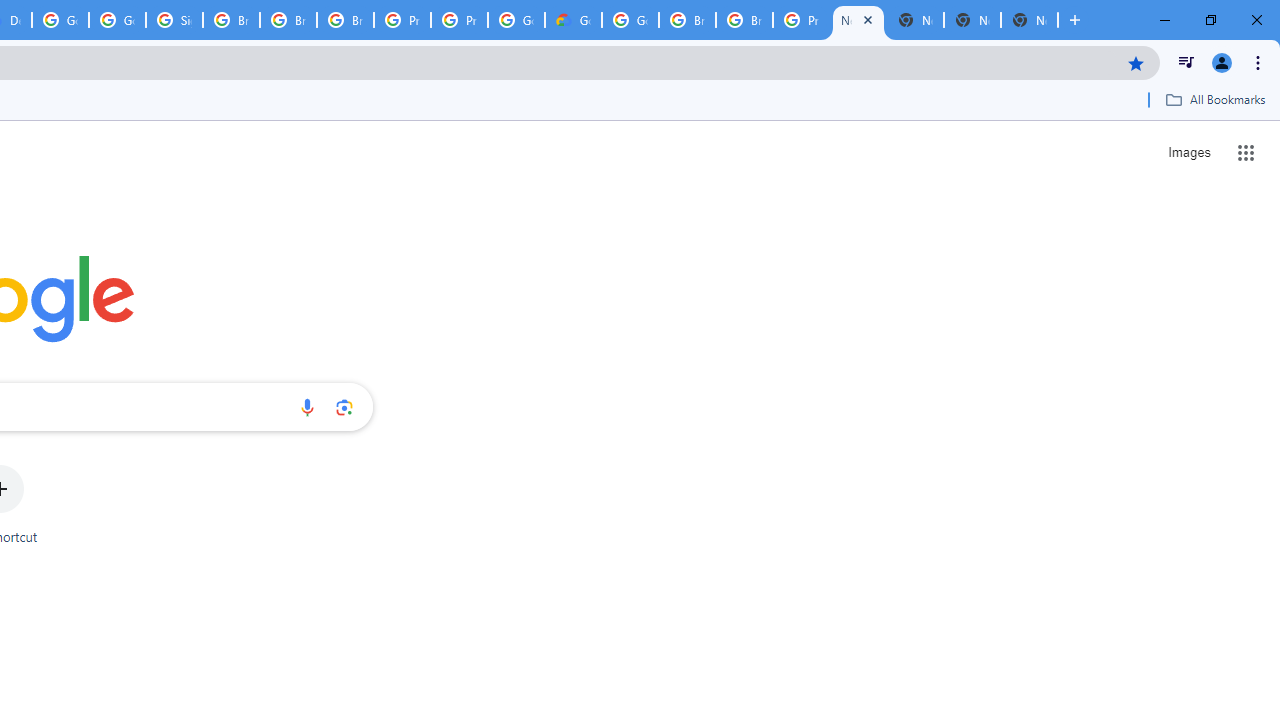  What do you see at coordinates (306, 406) in the screenshot?
I see `'Search by voice'` at bounding box center [306, 406].